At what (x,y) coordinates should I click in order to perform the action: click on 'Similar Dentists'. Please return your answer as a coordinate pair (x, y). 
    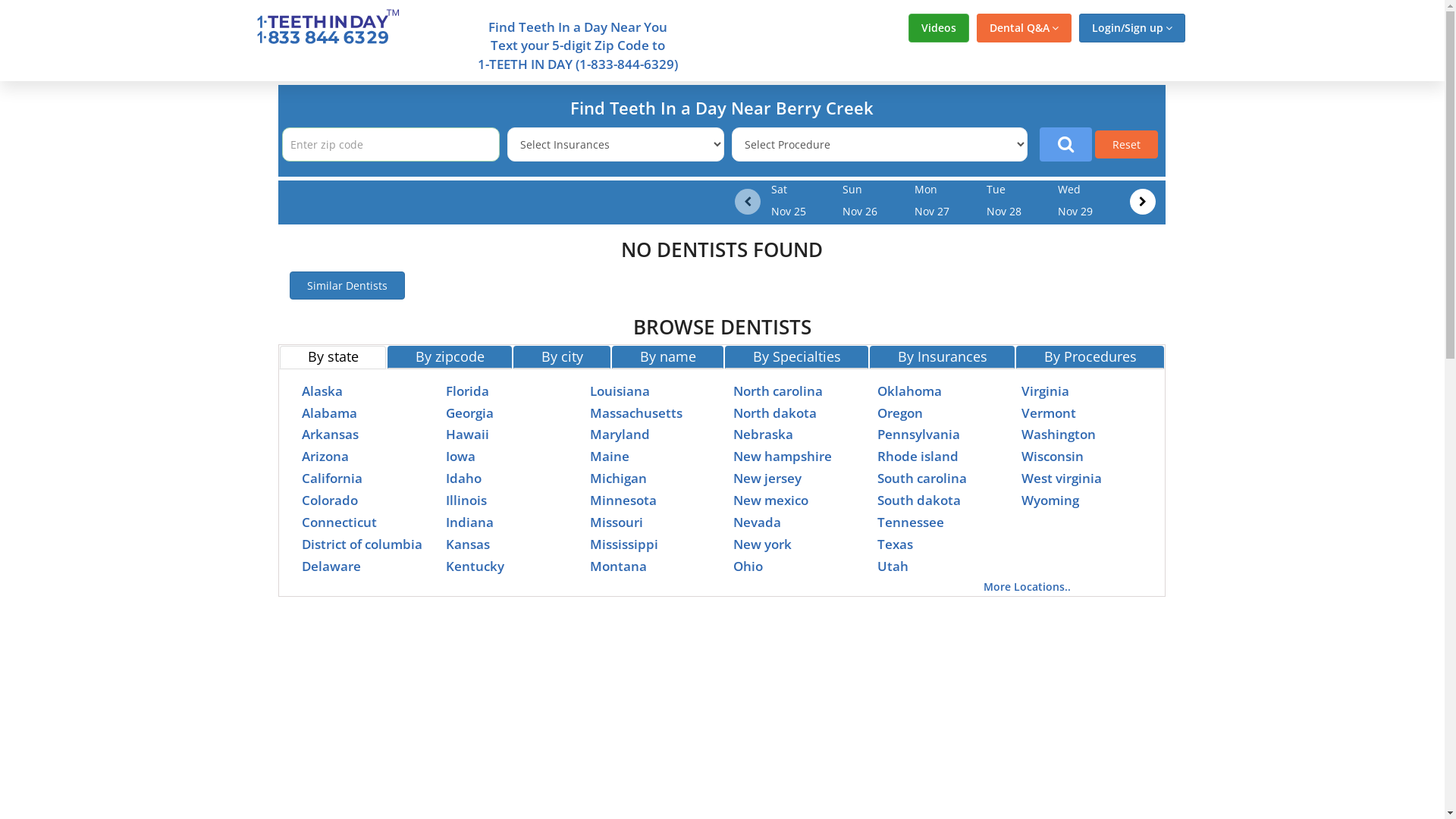
    Looking at the image, I should click on (346, 285).